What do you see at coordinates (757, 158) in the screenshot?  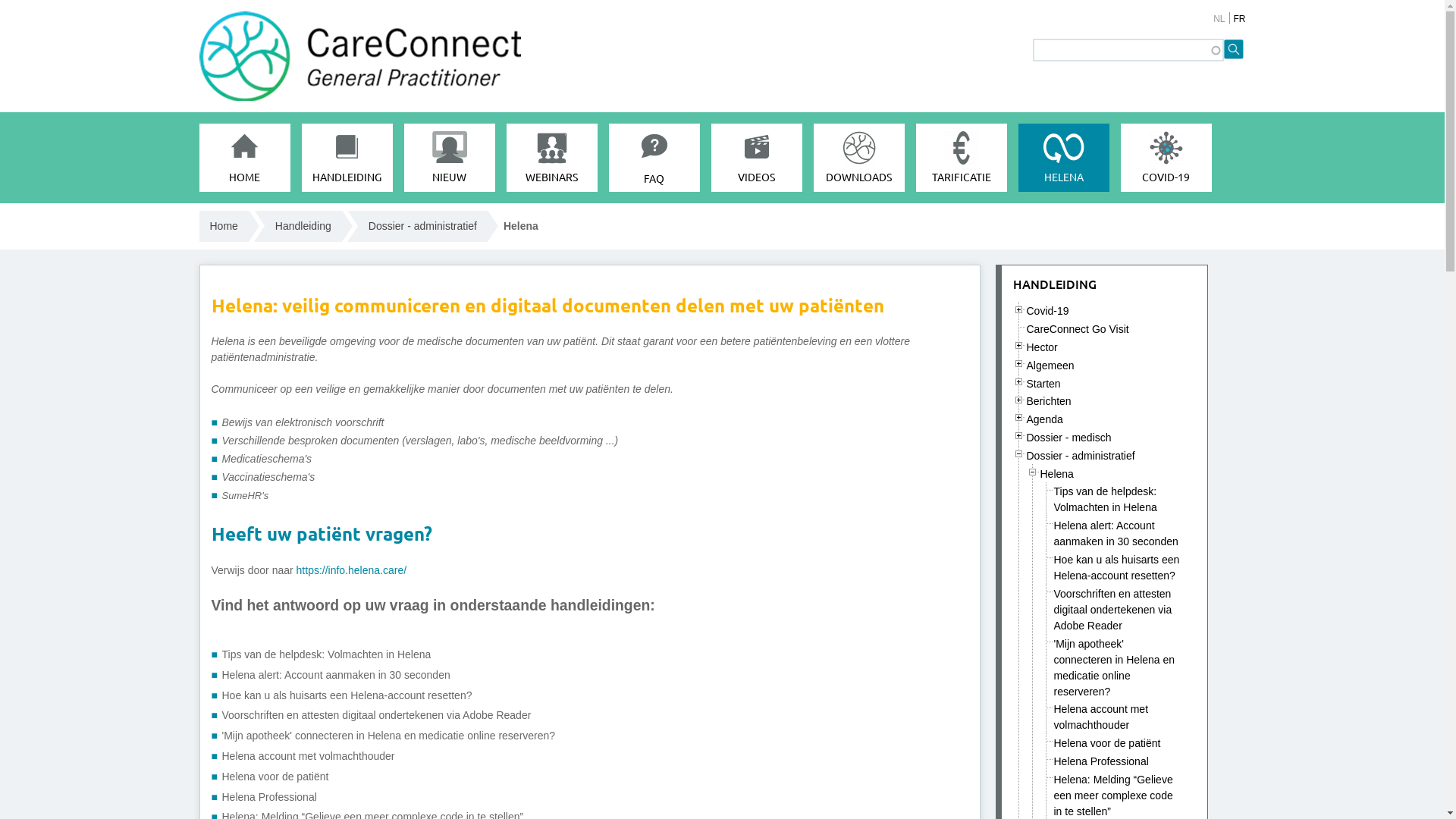 I see `'VIDEOS'` at bounding box center [757, 158].